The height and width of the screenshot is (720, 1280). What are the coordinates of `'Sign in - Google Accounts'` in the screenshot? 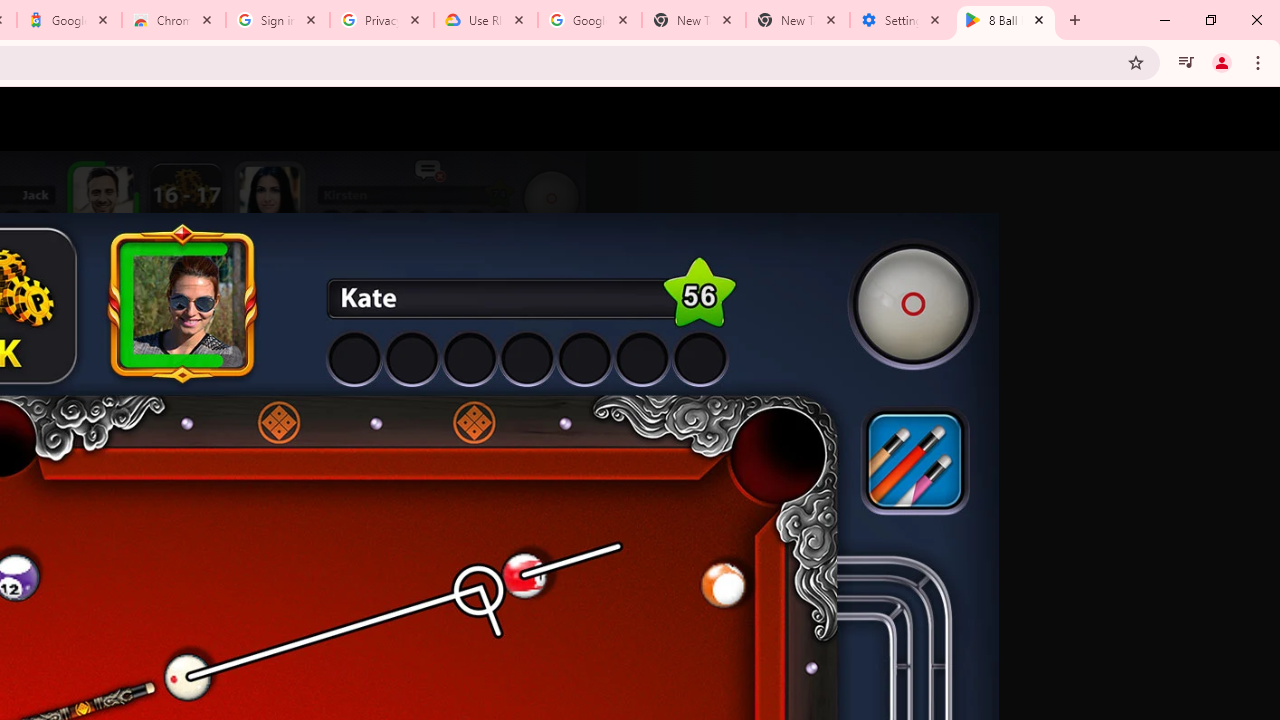 It's located at (277, 20).